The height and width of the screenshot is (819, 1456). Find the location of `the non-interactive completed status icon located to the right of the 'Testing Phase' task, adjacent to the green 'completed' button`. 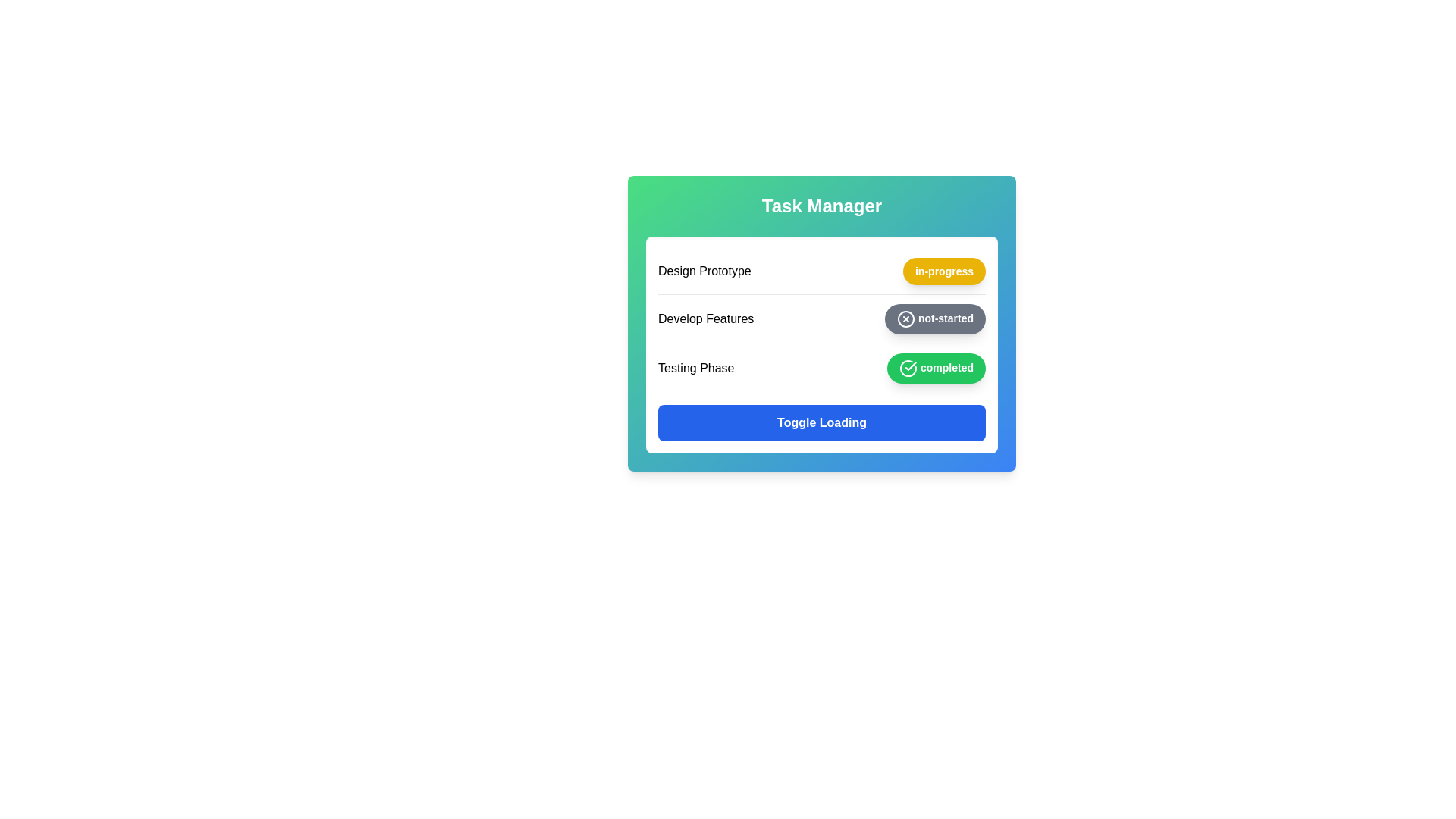

the non-interactive completed status icon located to the right of the 'Testing Phase' task, adjacent to the green 'completed' button is located at coordinates (908, 369).